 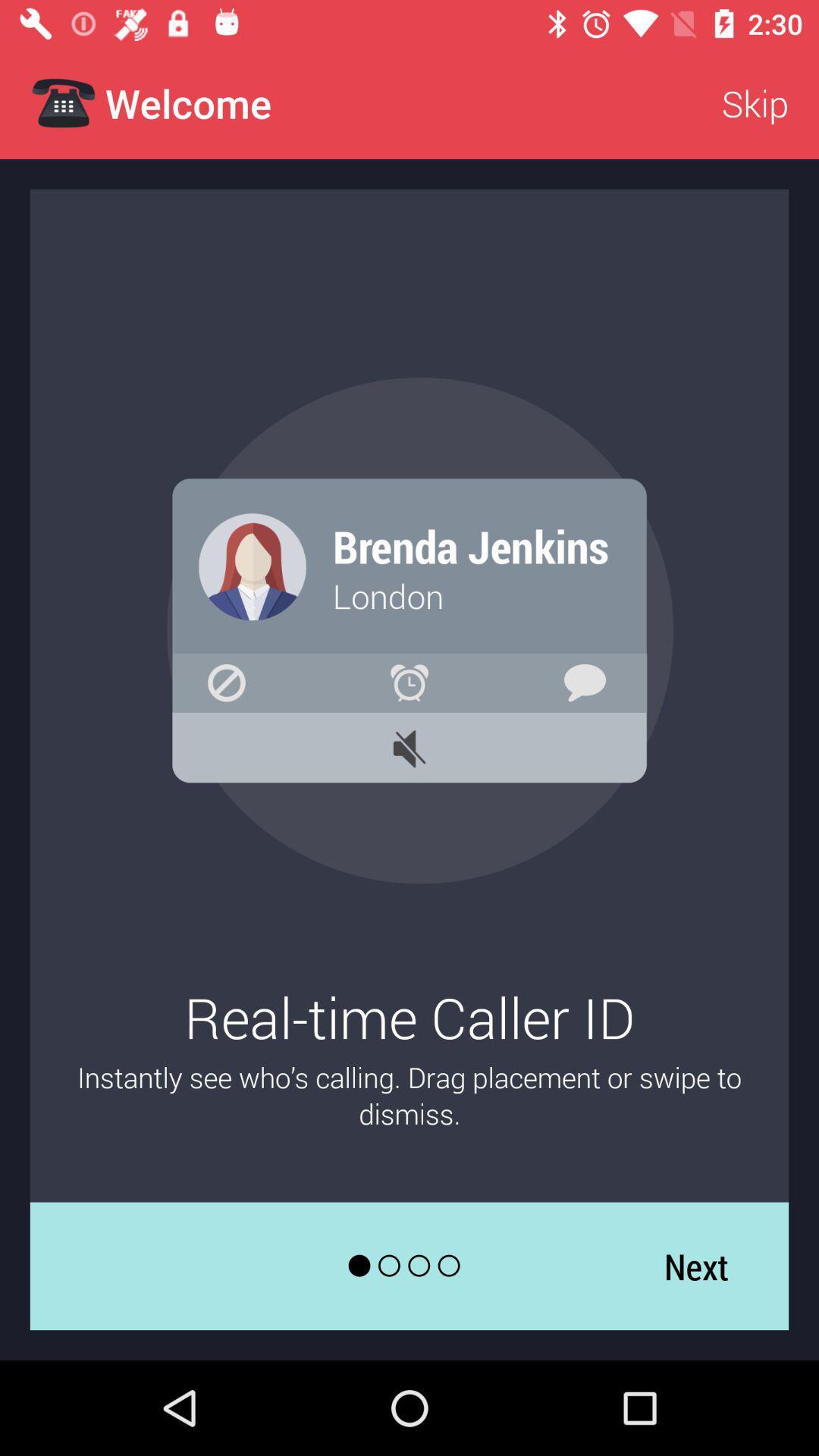 I want to click on app next to the  welcome app, so click(x=755, y=102).